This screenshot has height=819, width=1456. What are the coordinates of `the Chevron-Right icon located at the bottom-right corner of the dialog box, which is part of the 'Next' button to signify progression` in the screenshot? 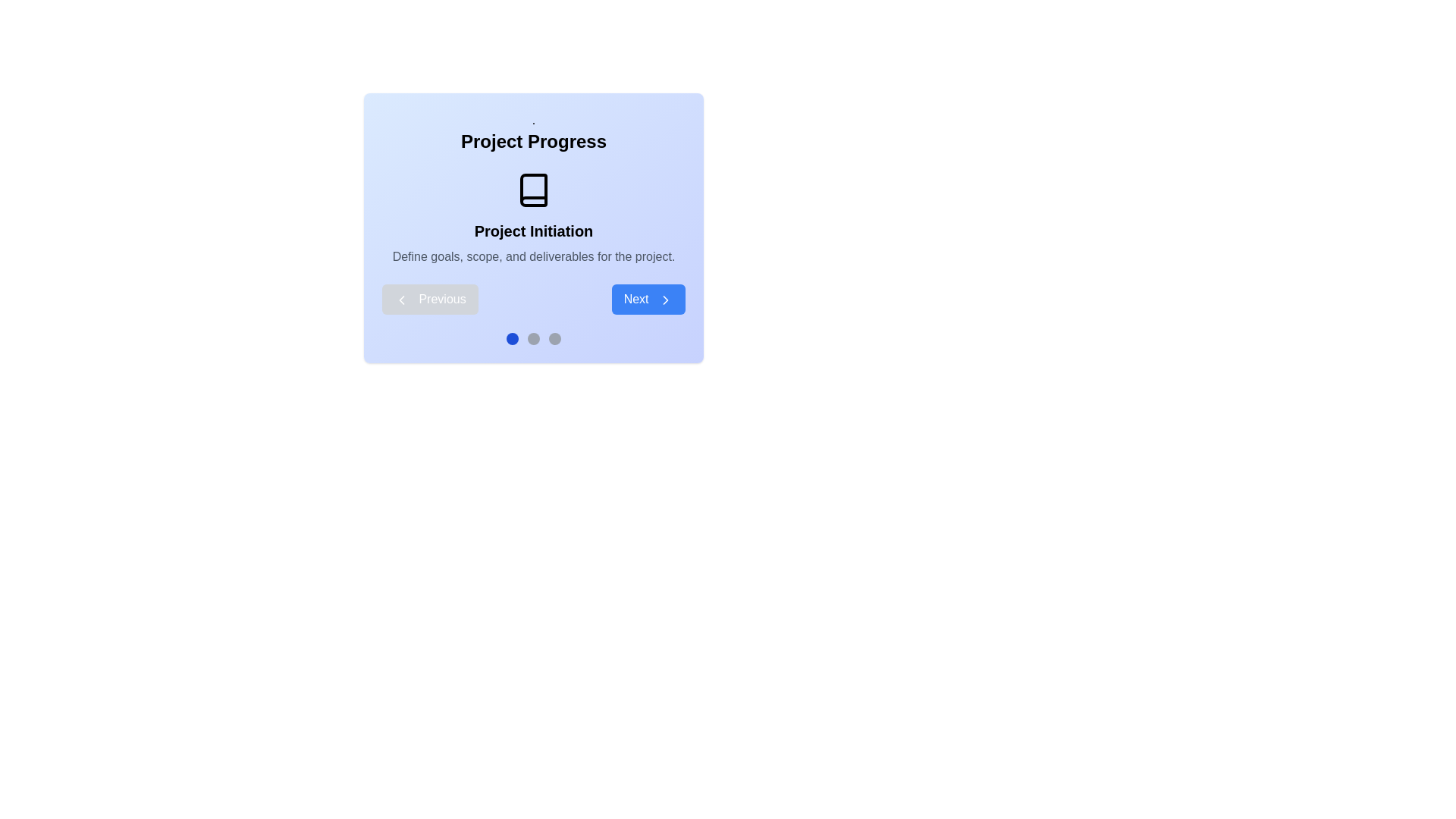 It's located at (666, 299).